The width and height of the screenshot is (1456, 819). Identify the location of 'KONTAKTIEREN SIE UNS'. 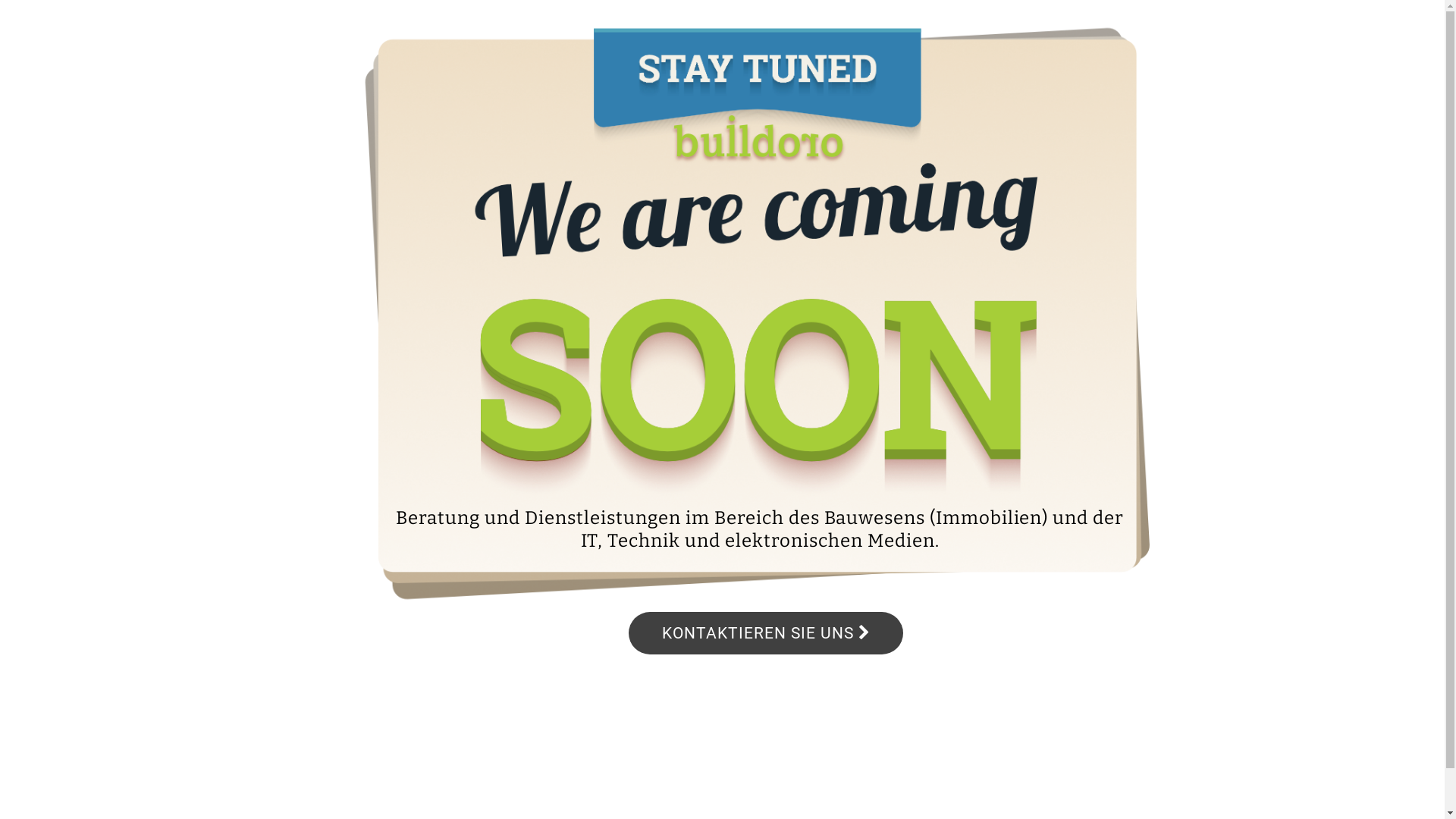
(765, 632).